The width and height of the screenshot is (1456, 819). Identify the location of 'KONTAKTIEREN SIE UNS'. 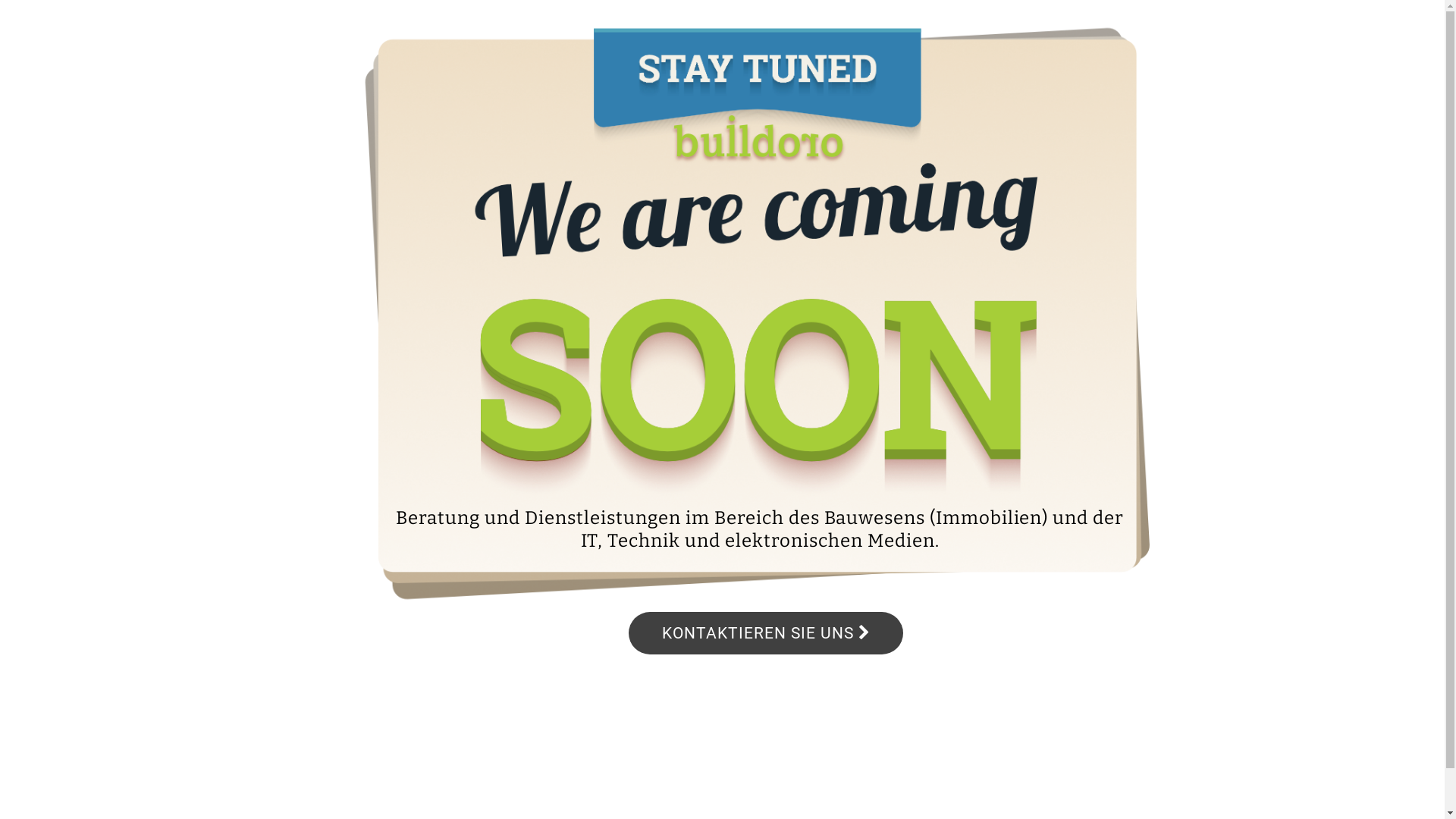
(765, 632).